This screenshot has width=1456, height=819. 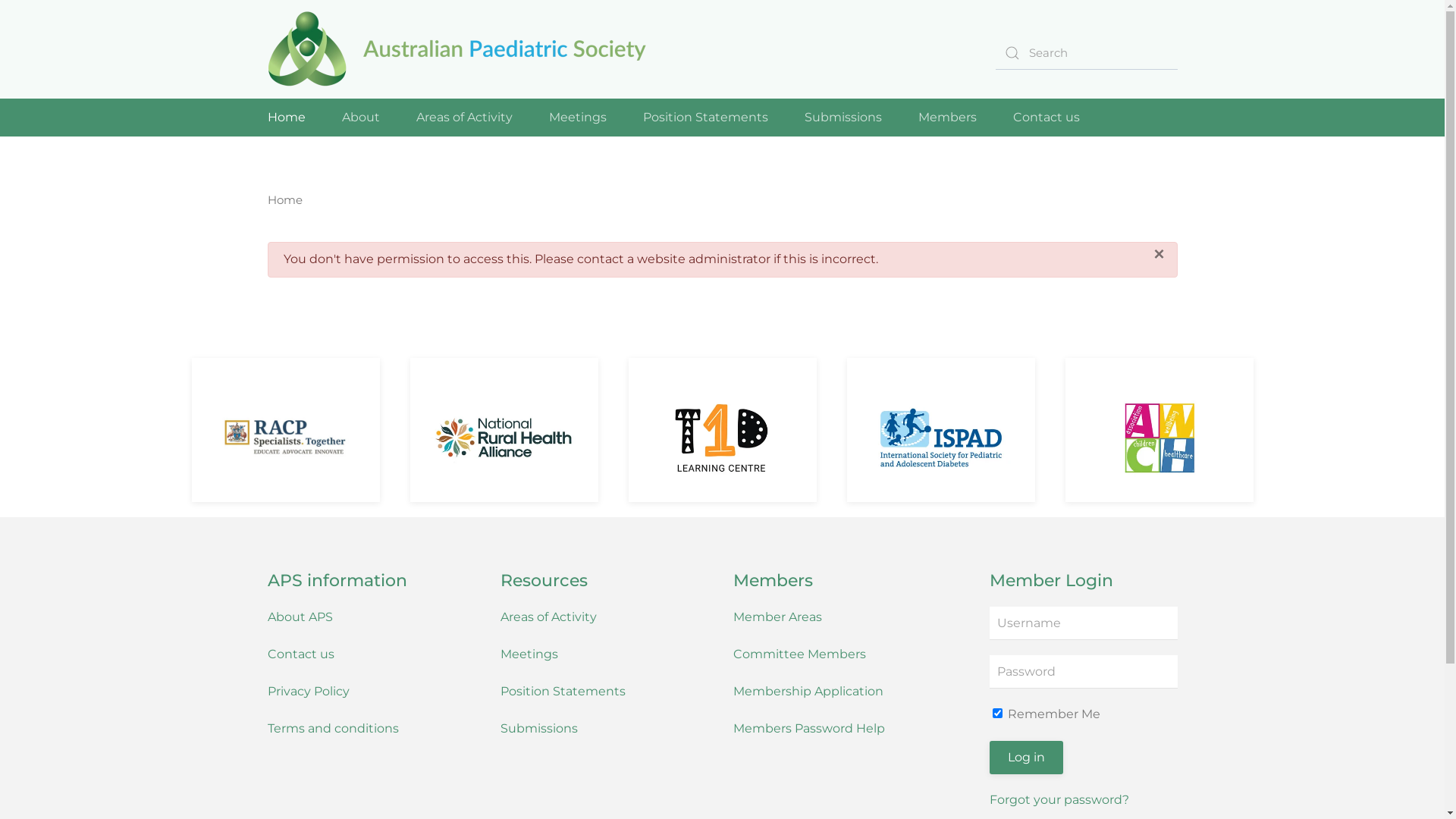 What do you see at coordinates (266, 116) in the screenshot?
I see `'Home'` at bounding box center [266, 116].